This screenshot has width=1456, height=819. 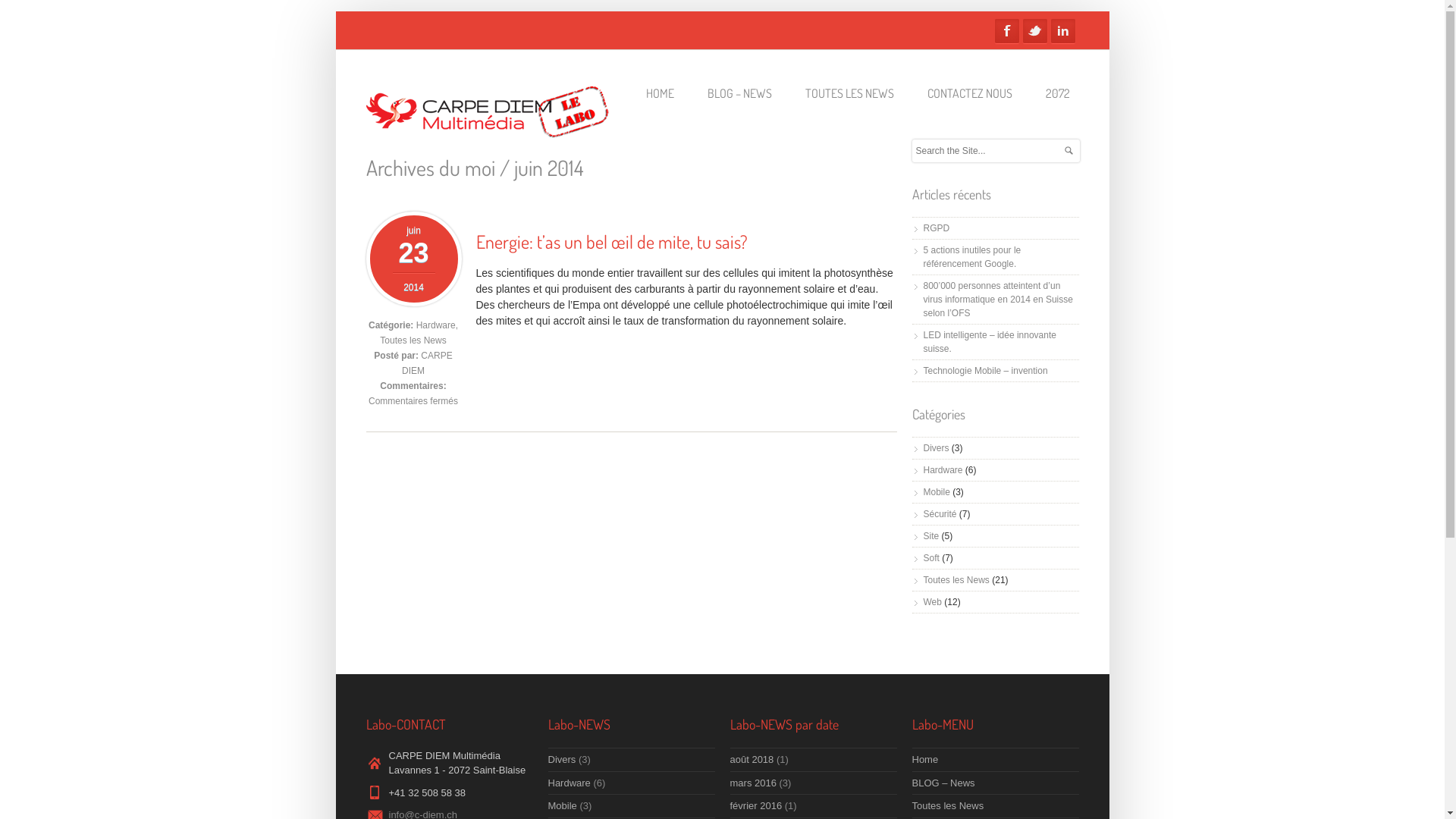 I want to click on 'CONTACTEZ NOUS', so click(x=968, y=94).